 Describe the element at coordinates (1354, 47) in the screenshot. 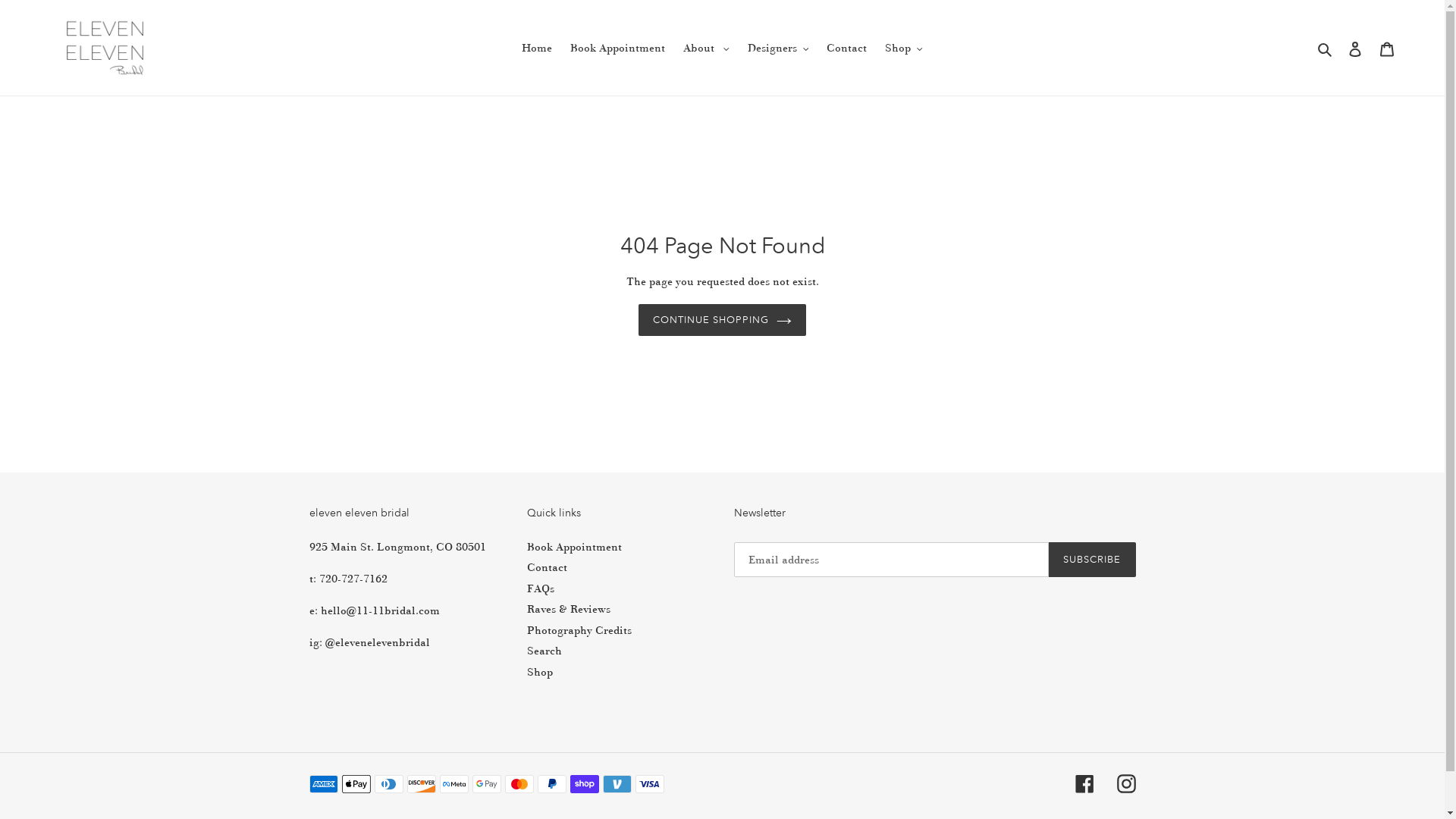

I see `'Log in'` at that location.